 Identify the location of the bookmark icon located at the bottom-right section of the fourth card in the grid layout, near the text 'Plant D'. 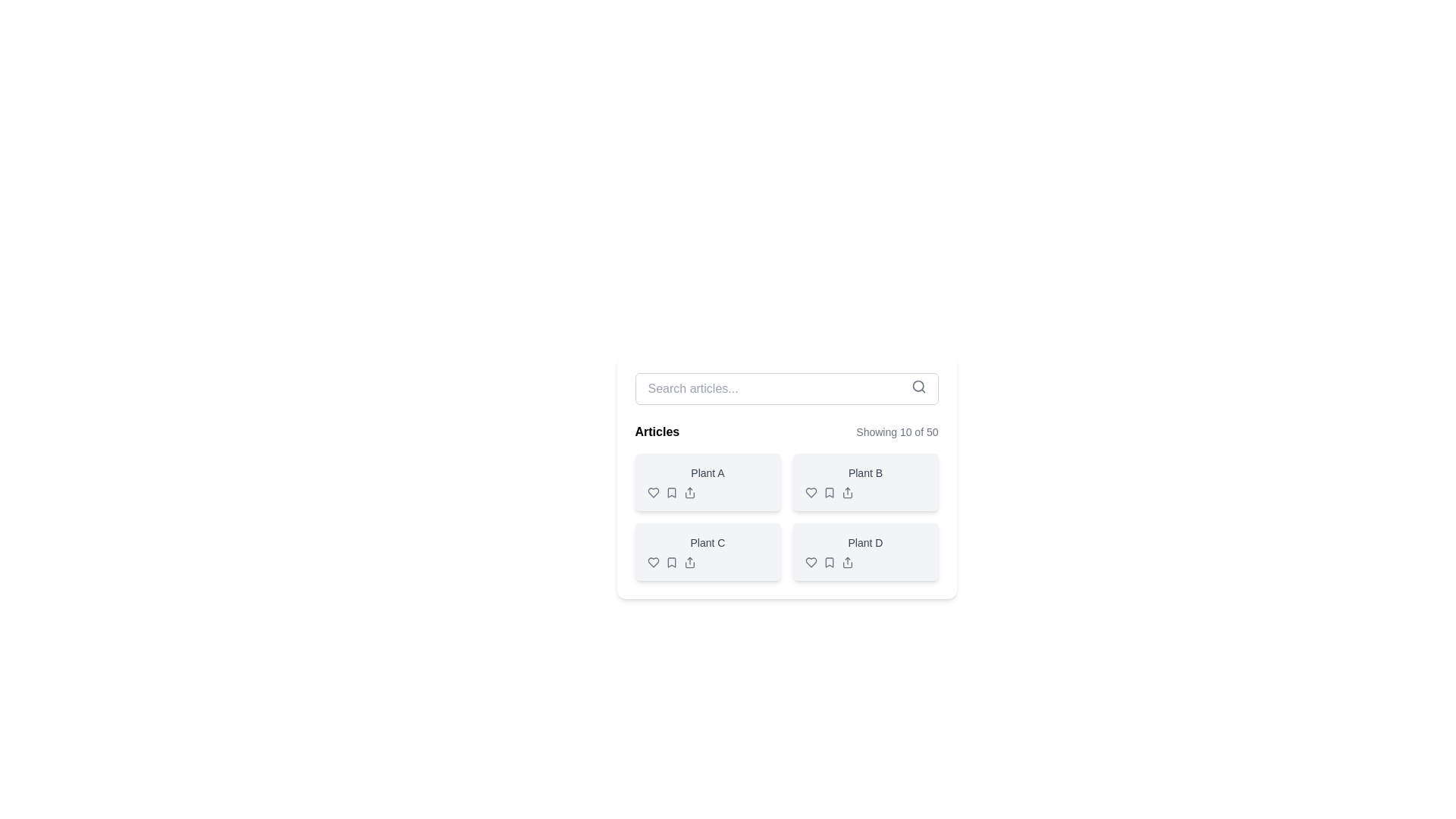
(828, 562).